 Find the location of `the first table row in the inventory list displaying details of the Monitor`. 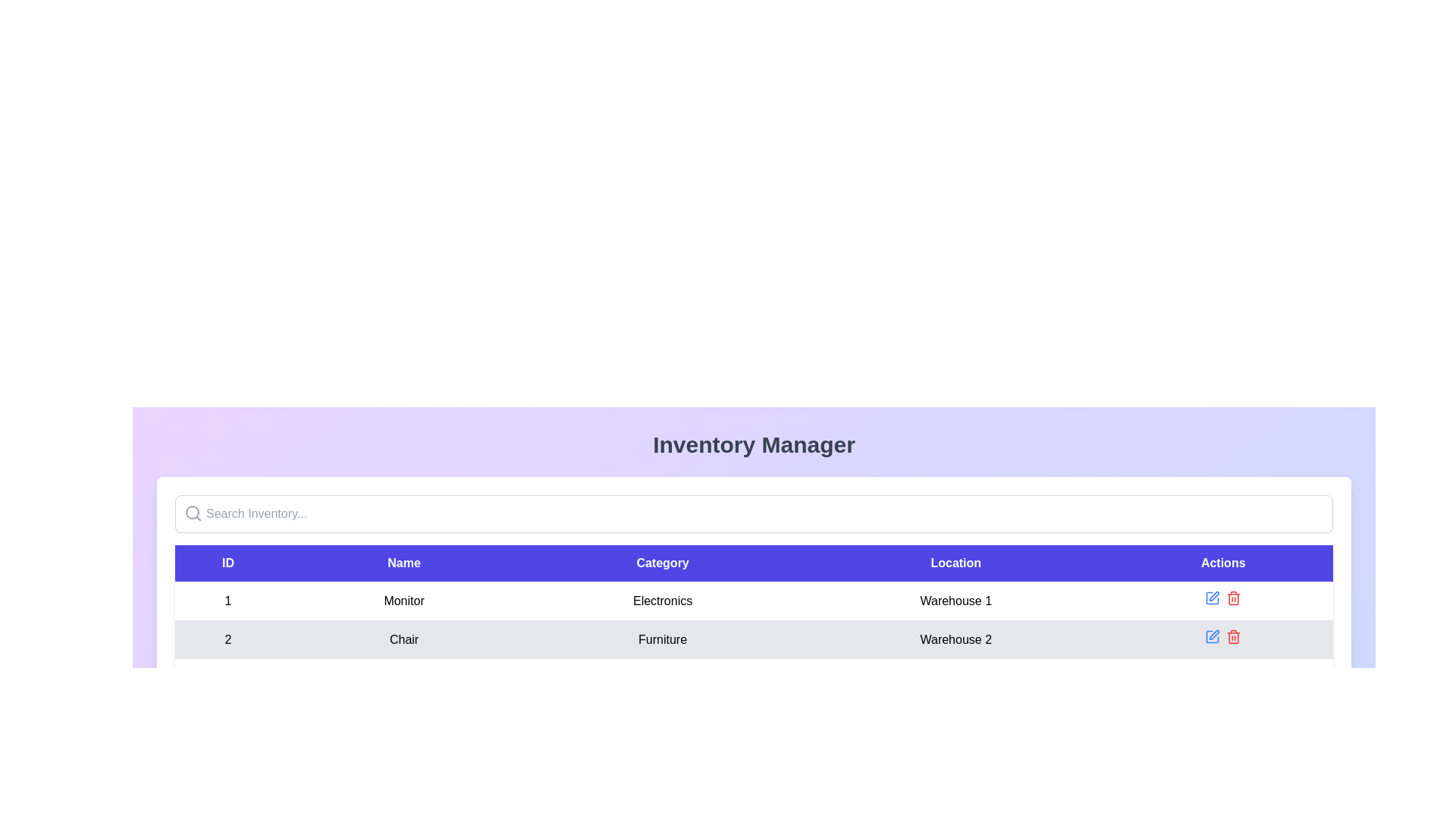

the first table row in the inventory list displaying details of the Monitor is located at coordinates (754, 600).